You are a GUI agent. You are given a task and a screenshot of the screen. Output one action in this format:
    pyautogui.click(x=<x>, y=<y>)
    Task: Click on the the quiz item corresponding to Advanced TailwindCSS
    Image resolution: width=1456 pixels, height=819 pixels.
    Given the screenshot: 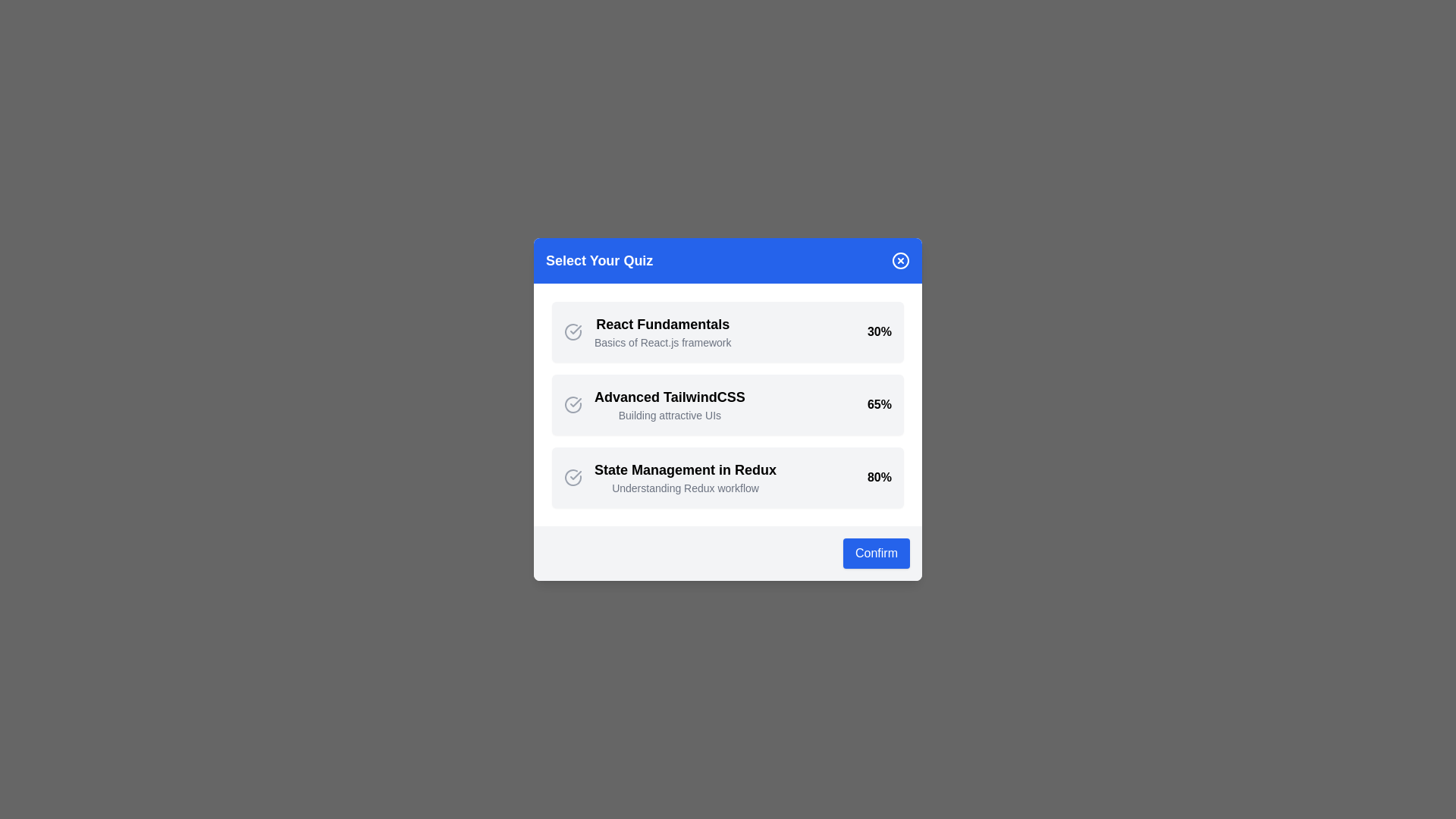 What is the action you would take?
    pyautogui.click(x=728, y=403)
    